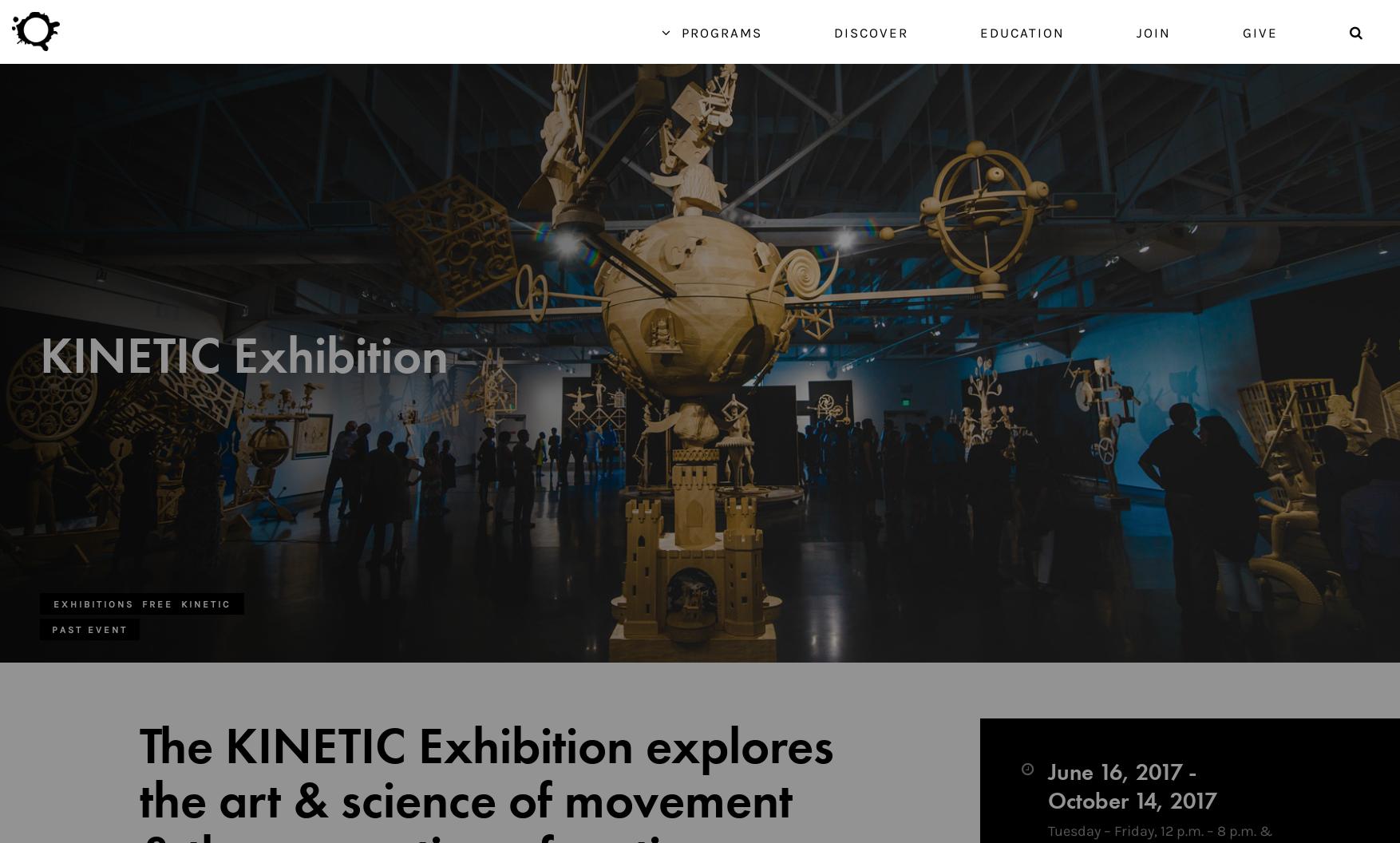 This screenshot has width=1400, height=843. What do you see at coordinates (344, 785) in the screenshot?
I see `'Delve deeply into topical explorations with our seasons, collections of exhibits, performances, lectures, and educational workshops centered on a central notion.'` at bounding box center [344, 785].